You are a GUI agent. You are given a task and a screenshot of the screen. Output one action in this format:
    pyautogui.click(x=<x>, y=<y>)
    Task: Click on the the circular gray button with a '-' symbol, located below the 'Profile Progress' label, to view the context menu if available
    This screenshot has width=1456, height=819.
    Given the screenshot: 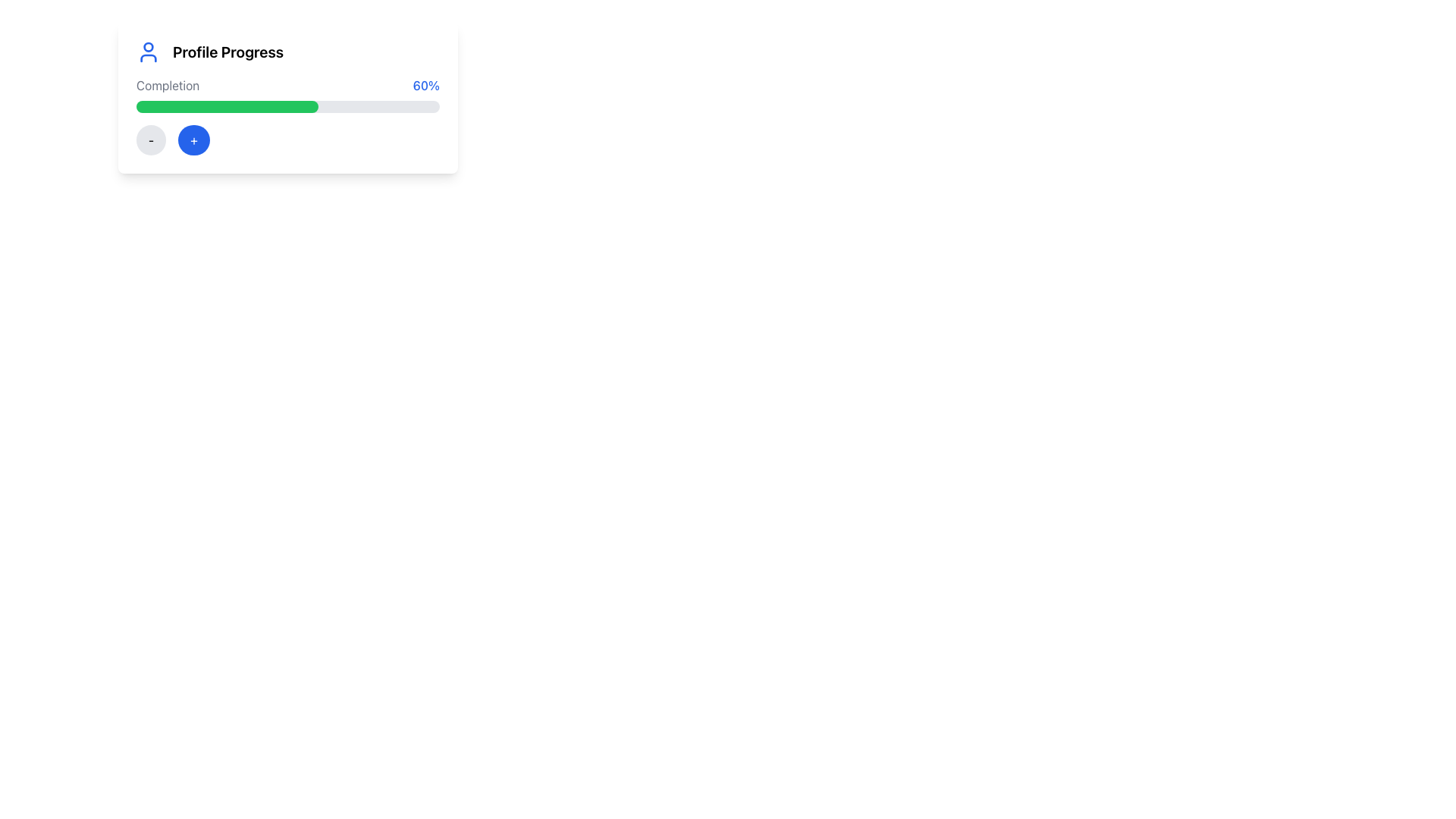 What is the action you would take?
    pyautogui.click(x=151, y=140)
    